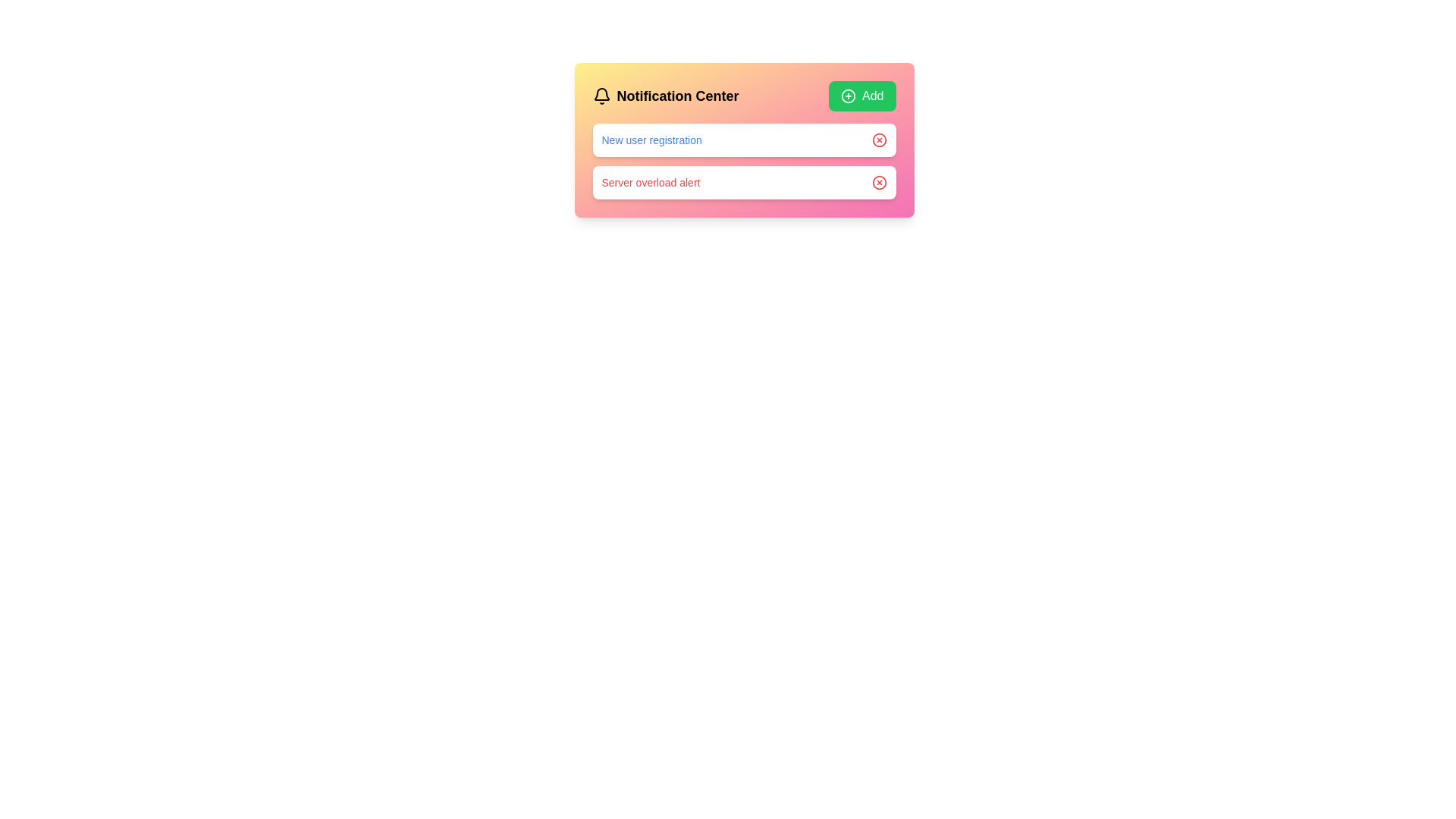 The image size is (1456, 819). I want to click on the static text label that displays a server overload alert, located in the notification card below the 'New user registration' label, so click(651, 181).